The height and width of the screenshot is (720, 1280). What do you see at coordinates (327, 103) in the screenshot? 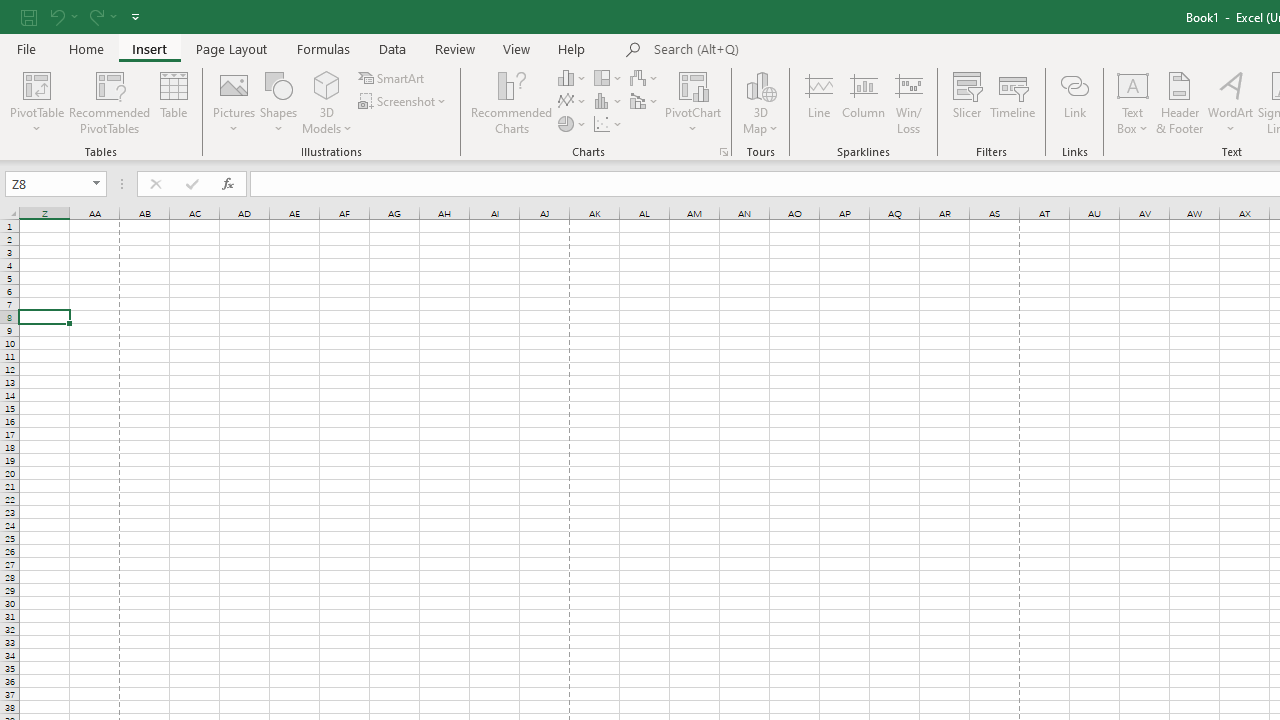
I see `'3D Models'` at bounding box center [327, 103].